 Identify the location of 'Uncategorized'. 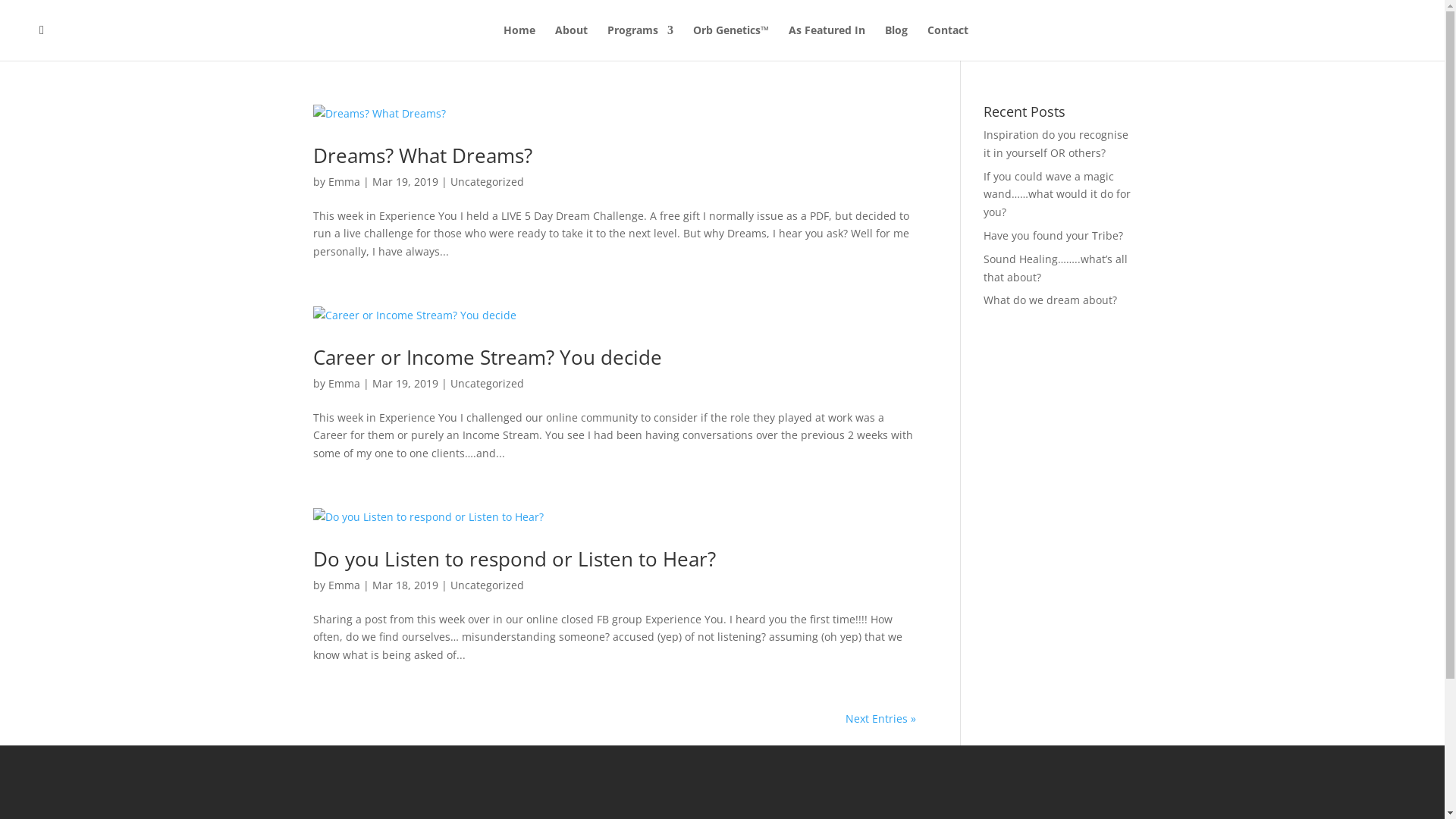
(487, 180).